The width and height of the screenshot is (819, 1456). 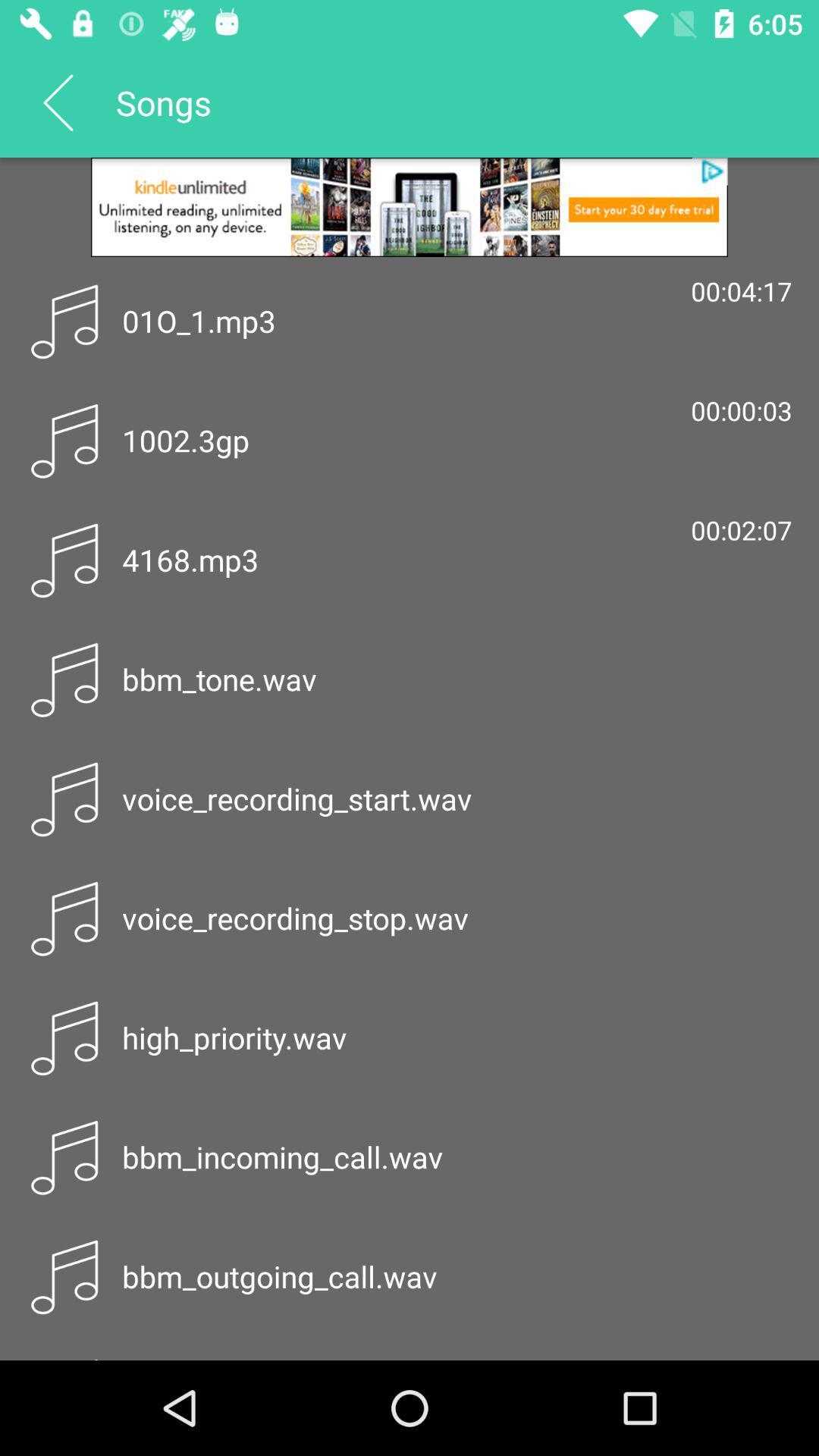 I want to click on previews button, so click(x=57, y=101).